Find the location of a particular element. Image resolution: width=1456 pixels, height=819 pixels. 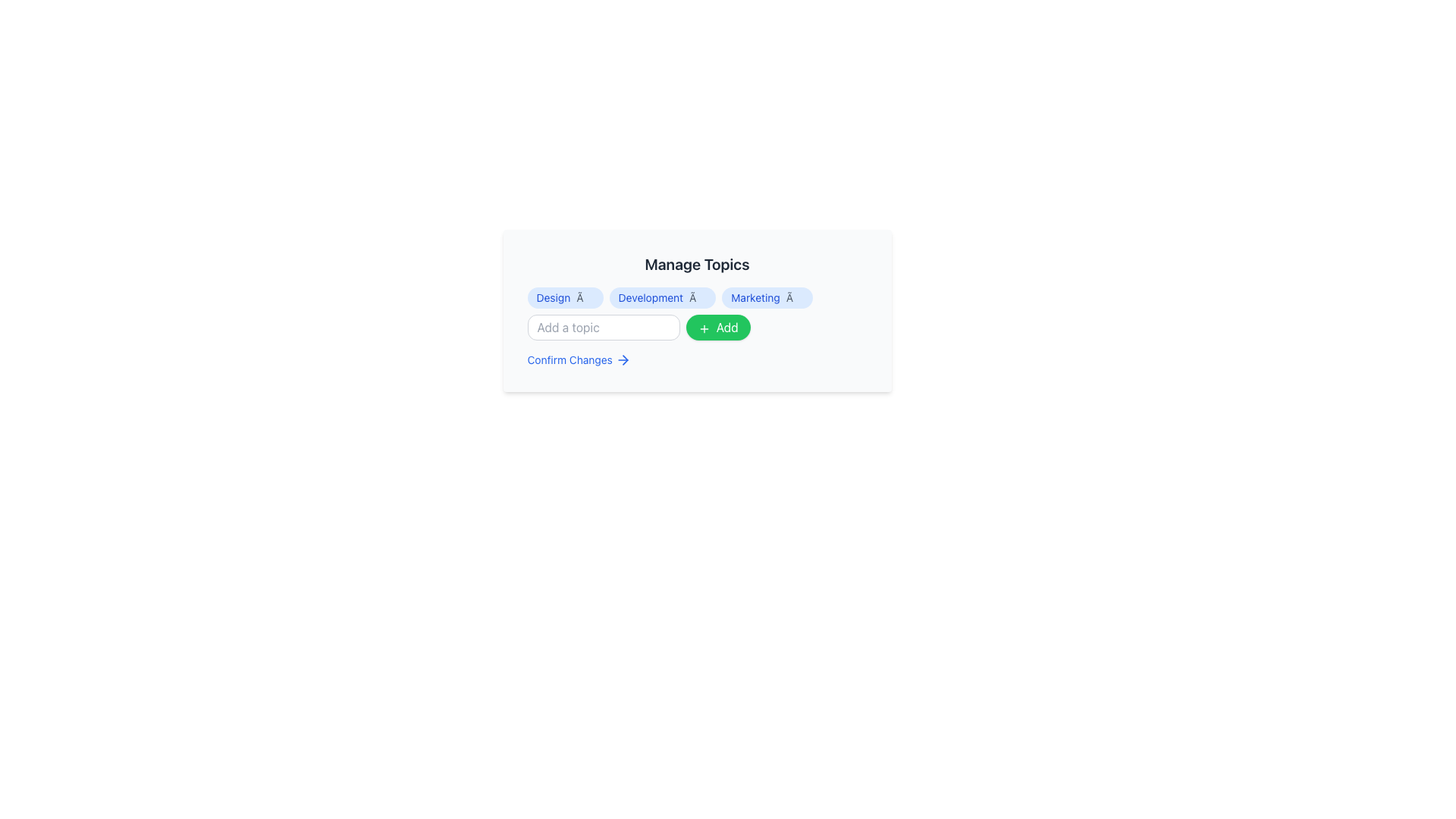

the 'Confirm Changes' button, which is styled in blue and underlined, located at the bottom right of the 'Manage Topics' panel is located at coordinates (578, 359).